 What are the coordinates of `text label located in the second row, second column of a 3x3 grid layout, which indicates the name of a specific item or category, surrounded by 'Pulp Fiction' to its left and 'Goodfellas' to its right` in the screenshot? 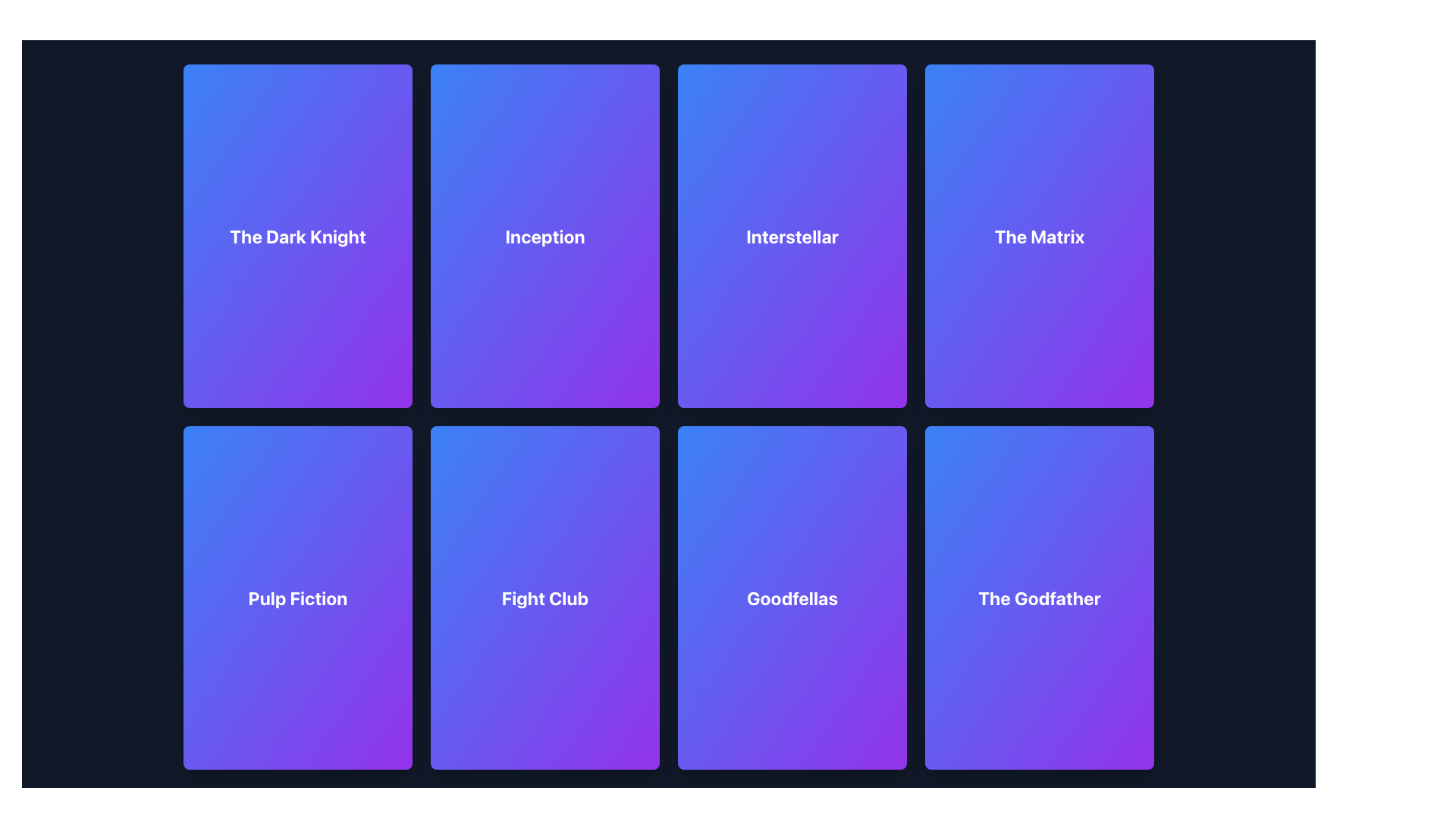 It's located at (545, 597).